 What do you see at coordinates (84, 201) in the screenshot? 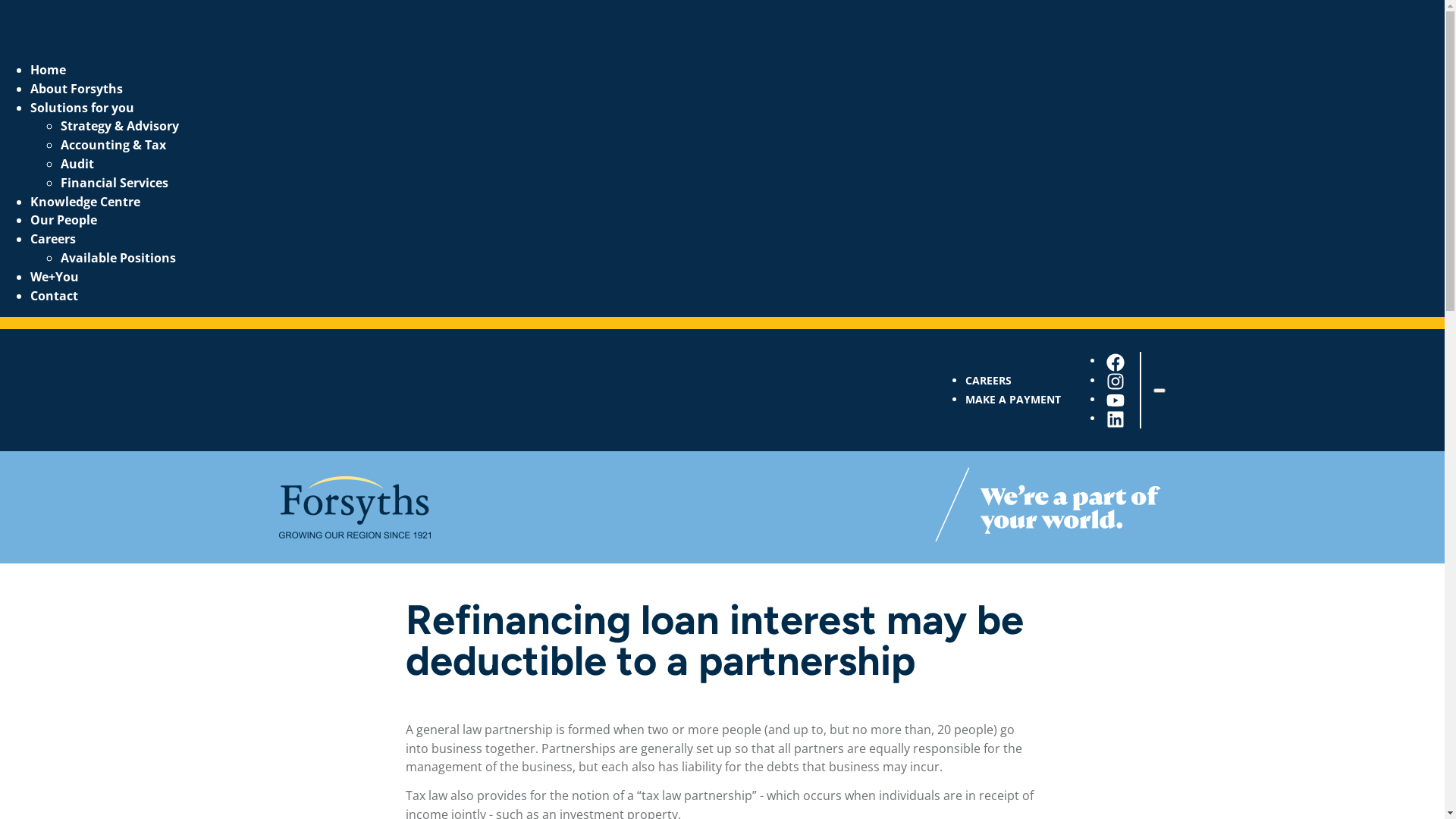
I see `'Knowledge Centre'` at bounding box center [84, 201].